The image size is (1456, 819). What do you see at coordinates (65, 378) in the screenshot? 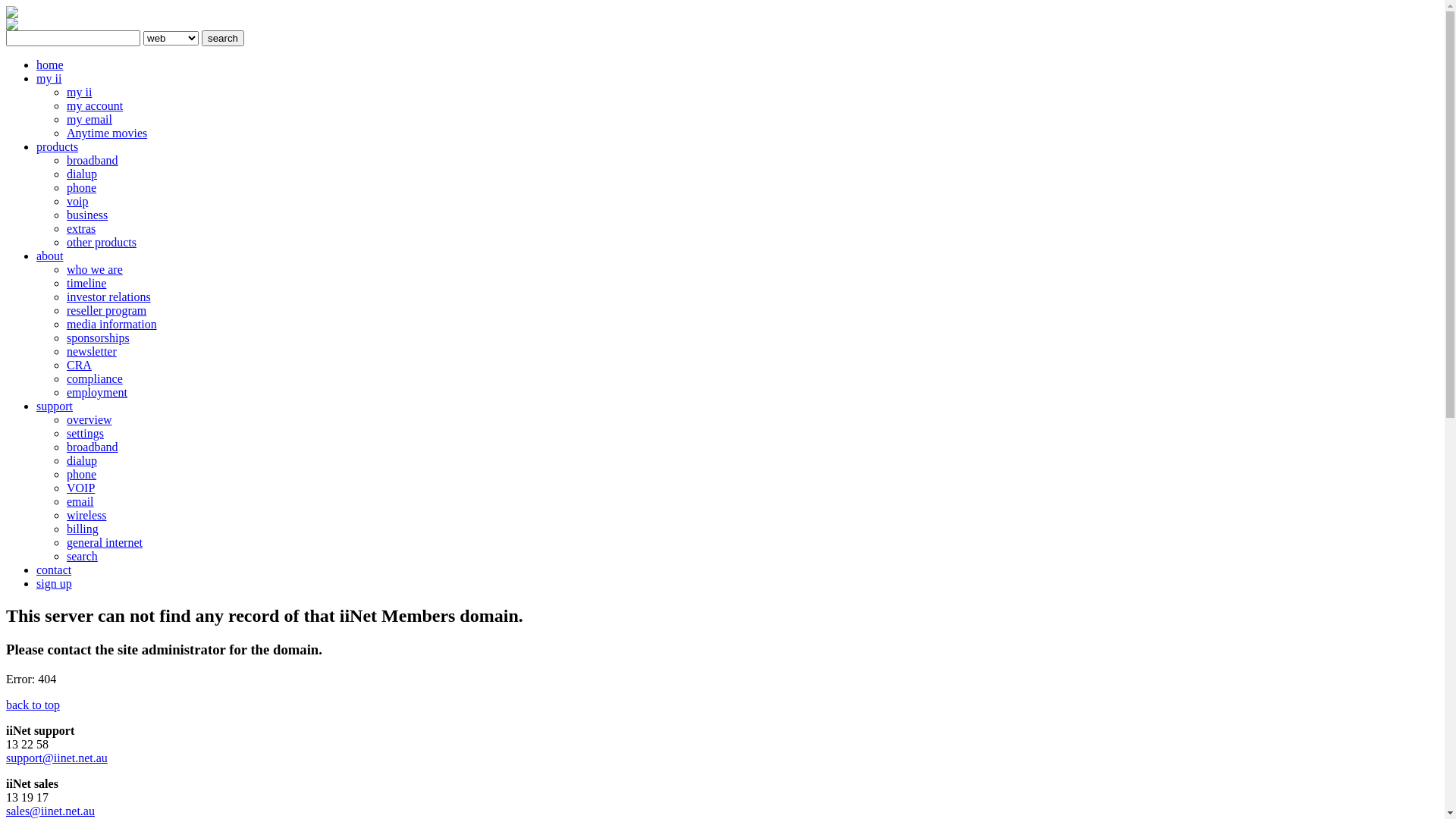
I see `'compliance'` at bounding box center [65, 378].